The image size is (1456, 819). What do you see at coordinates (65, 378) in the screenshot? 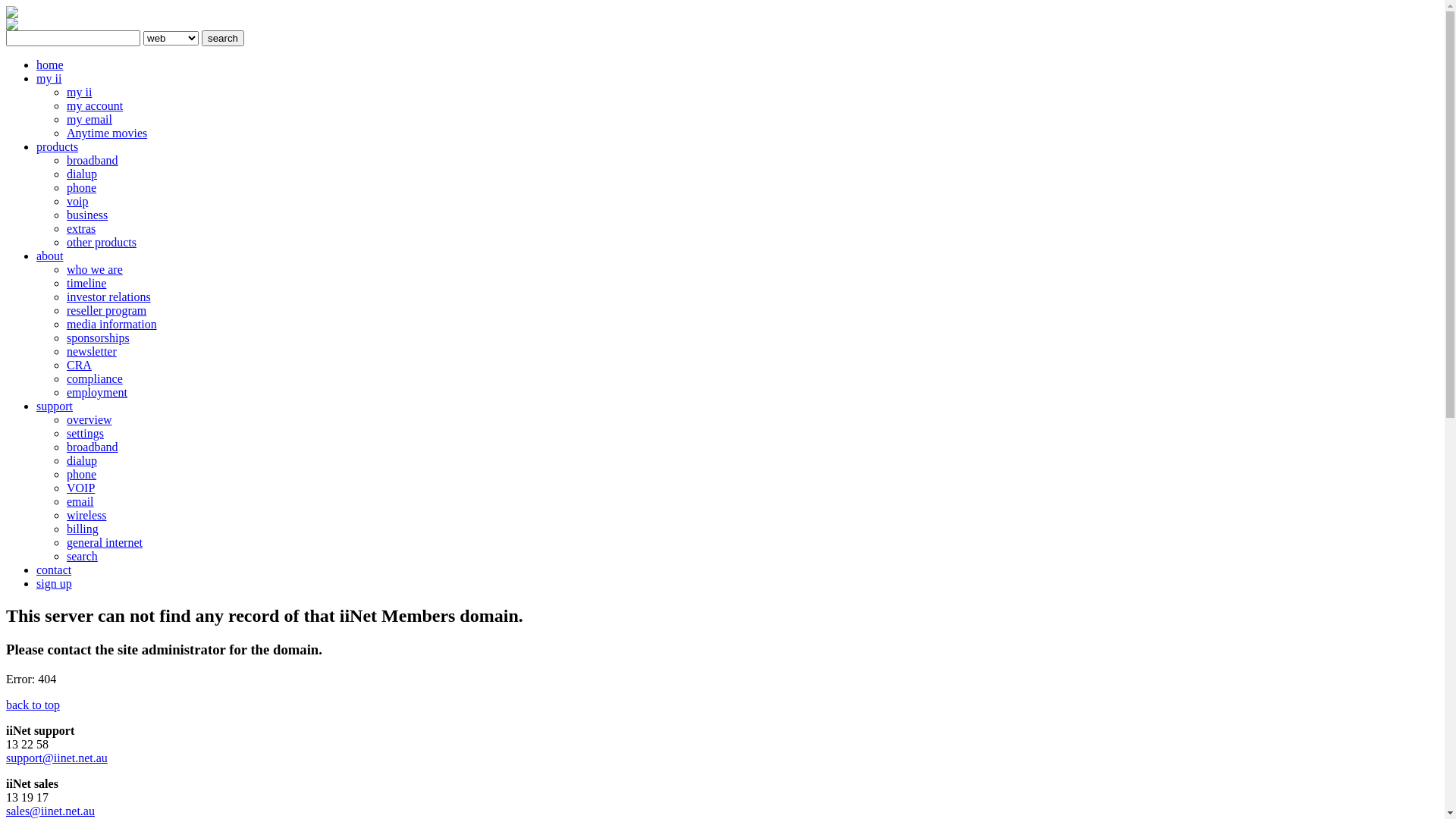
I see `'compliance'` at bounding box center [65, 378].